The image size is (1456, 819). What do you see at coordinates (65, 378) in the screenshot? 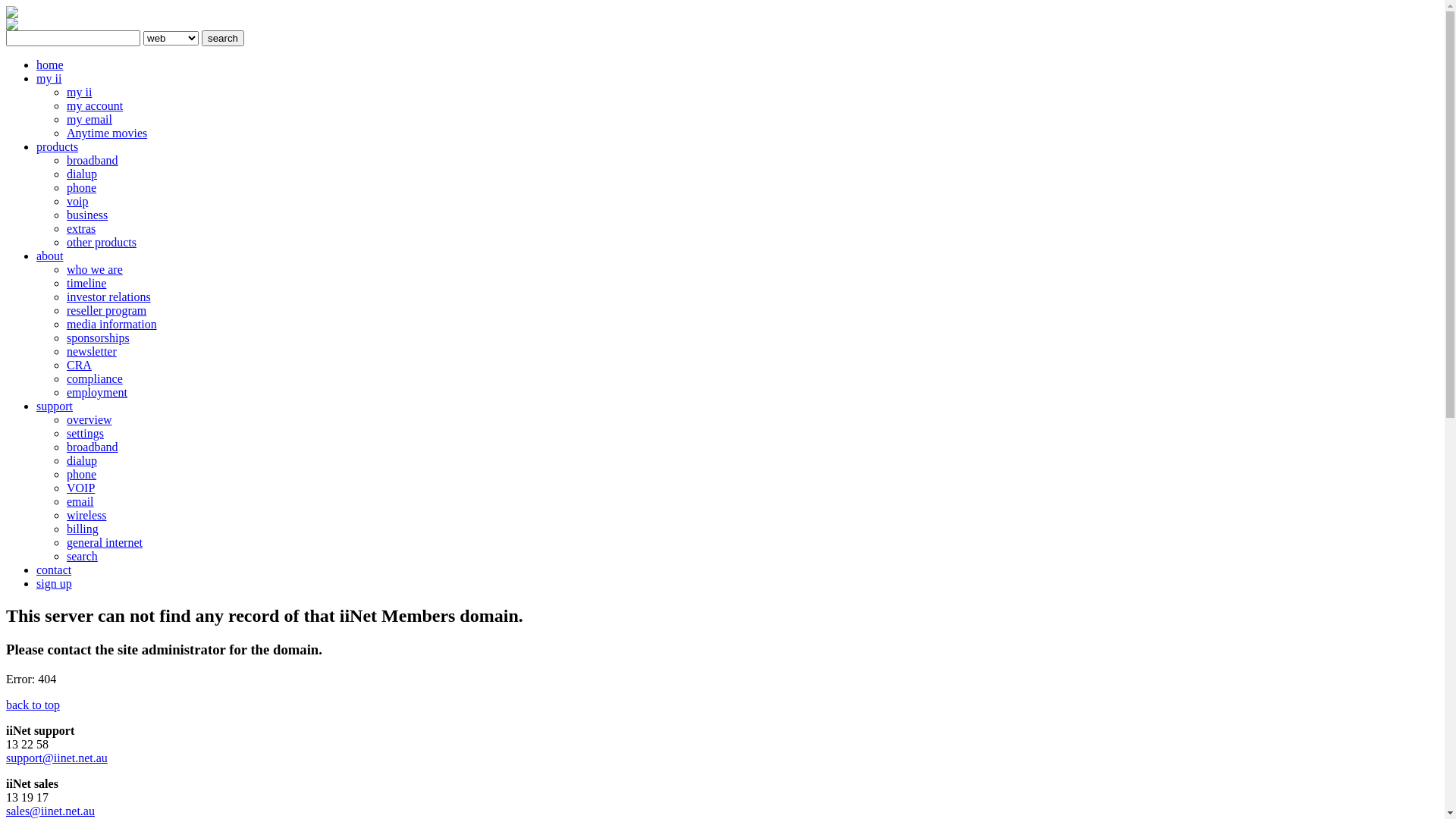
I see `'compliance'` at bounding box center [65, 378].